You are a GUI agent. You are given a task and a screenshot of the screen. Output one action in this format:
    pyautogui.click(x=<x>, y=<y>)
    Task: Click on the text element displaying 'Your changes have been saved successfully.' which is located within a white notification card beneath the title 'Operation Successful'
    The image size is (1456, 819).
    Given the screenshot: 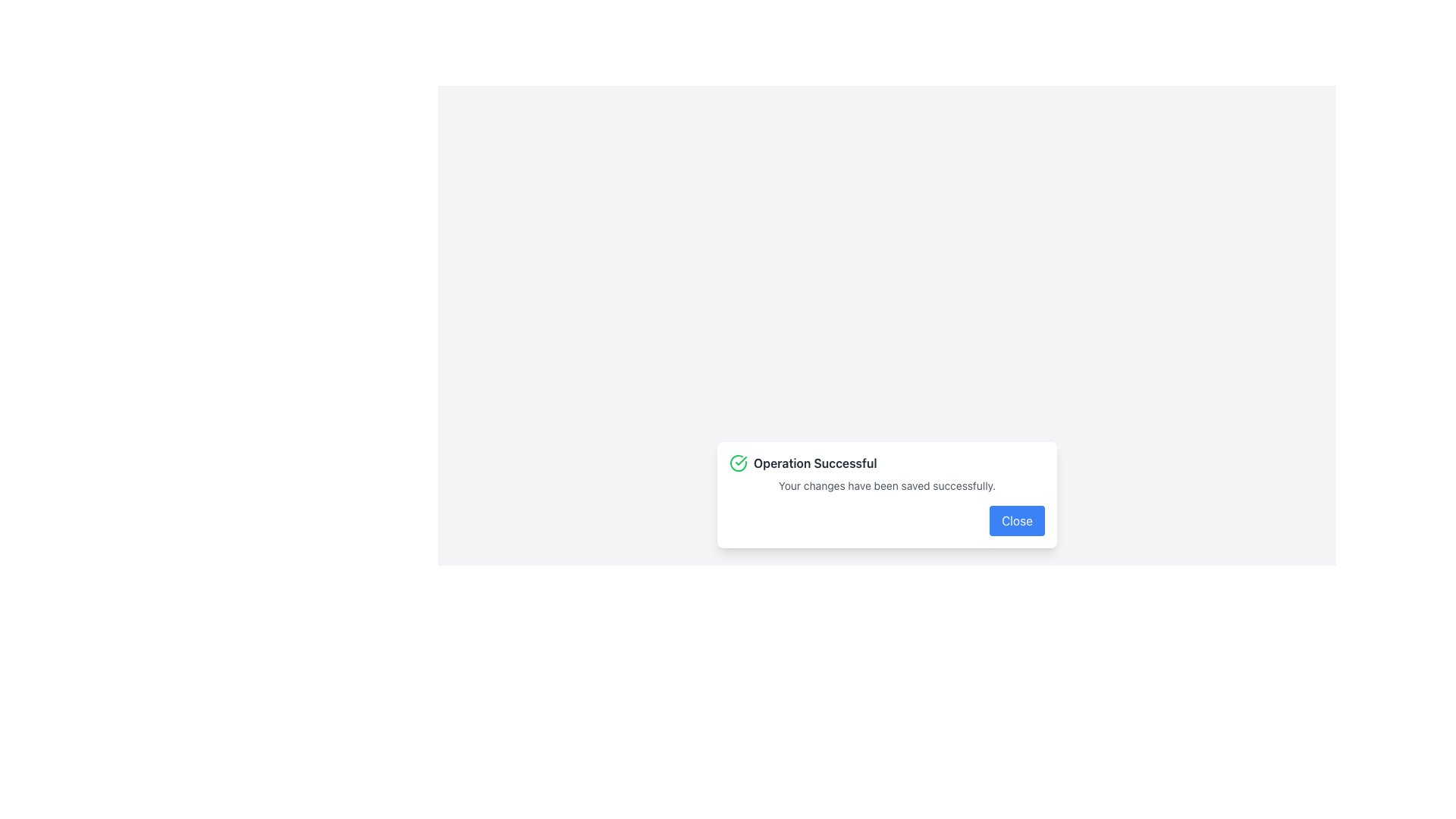 What is the action you would take?
    pyautogui.click(x=887, y=485)
    